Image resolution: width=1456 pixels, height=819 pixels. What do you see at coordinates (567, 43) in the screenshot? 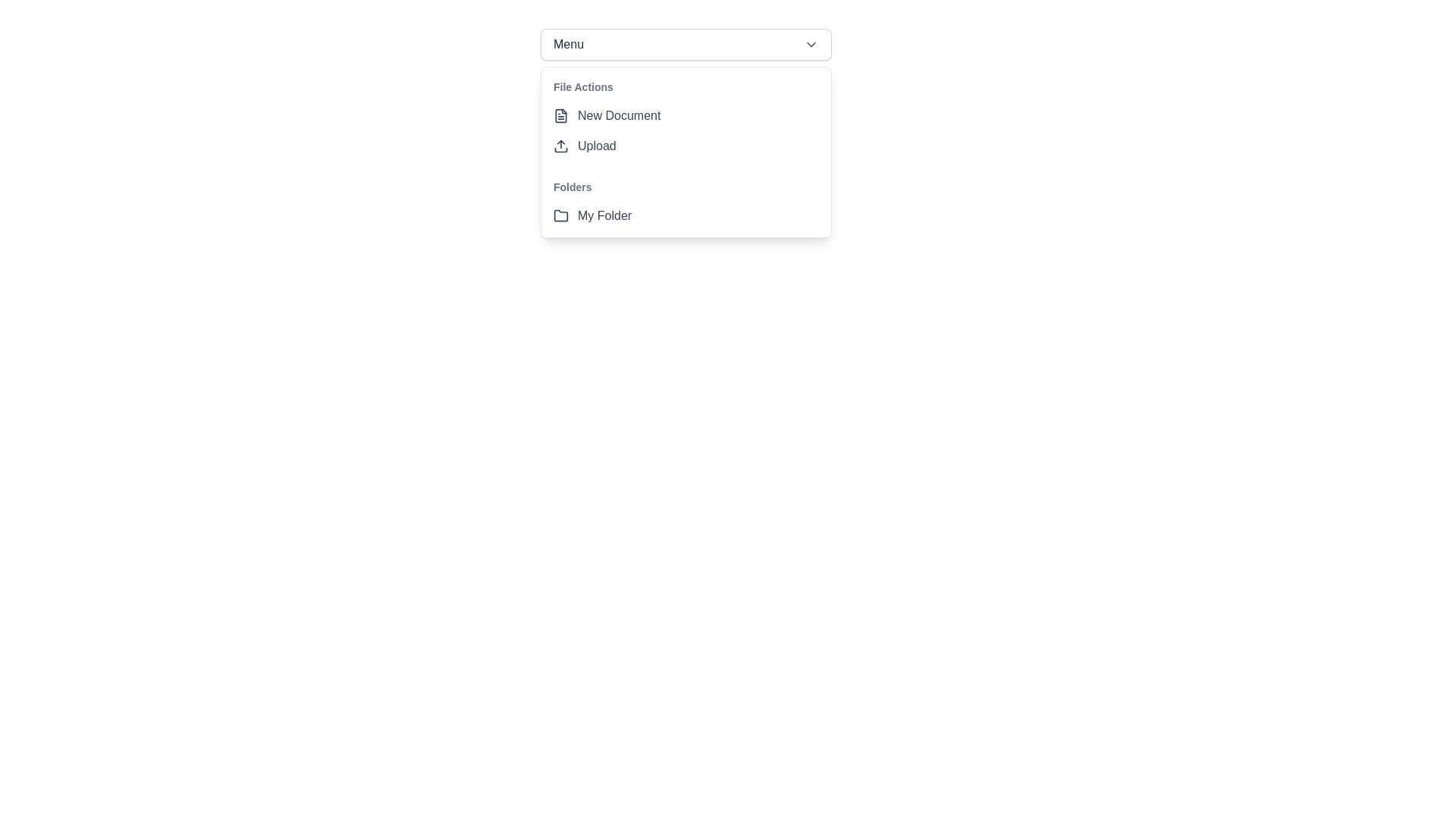
I see `displayed text 'Menu' from the Text label located at the leftmost part of the dropdown menu header, positioned to the immediate left of a downward-pointing arrow icon` at bounding box center [567, 43].